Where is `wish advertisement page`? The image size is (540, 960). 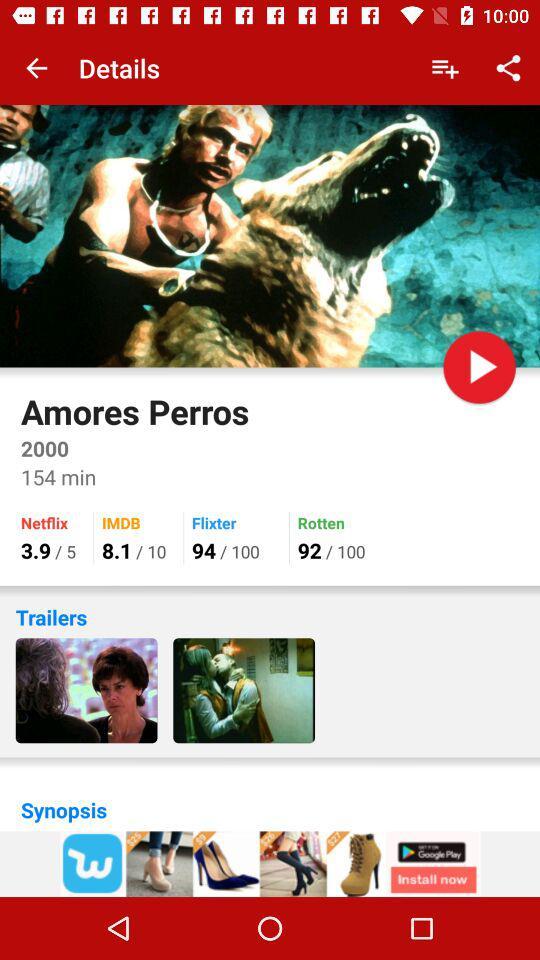 wish advertisement page is located at coordinates (270, 863).